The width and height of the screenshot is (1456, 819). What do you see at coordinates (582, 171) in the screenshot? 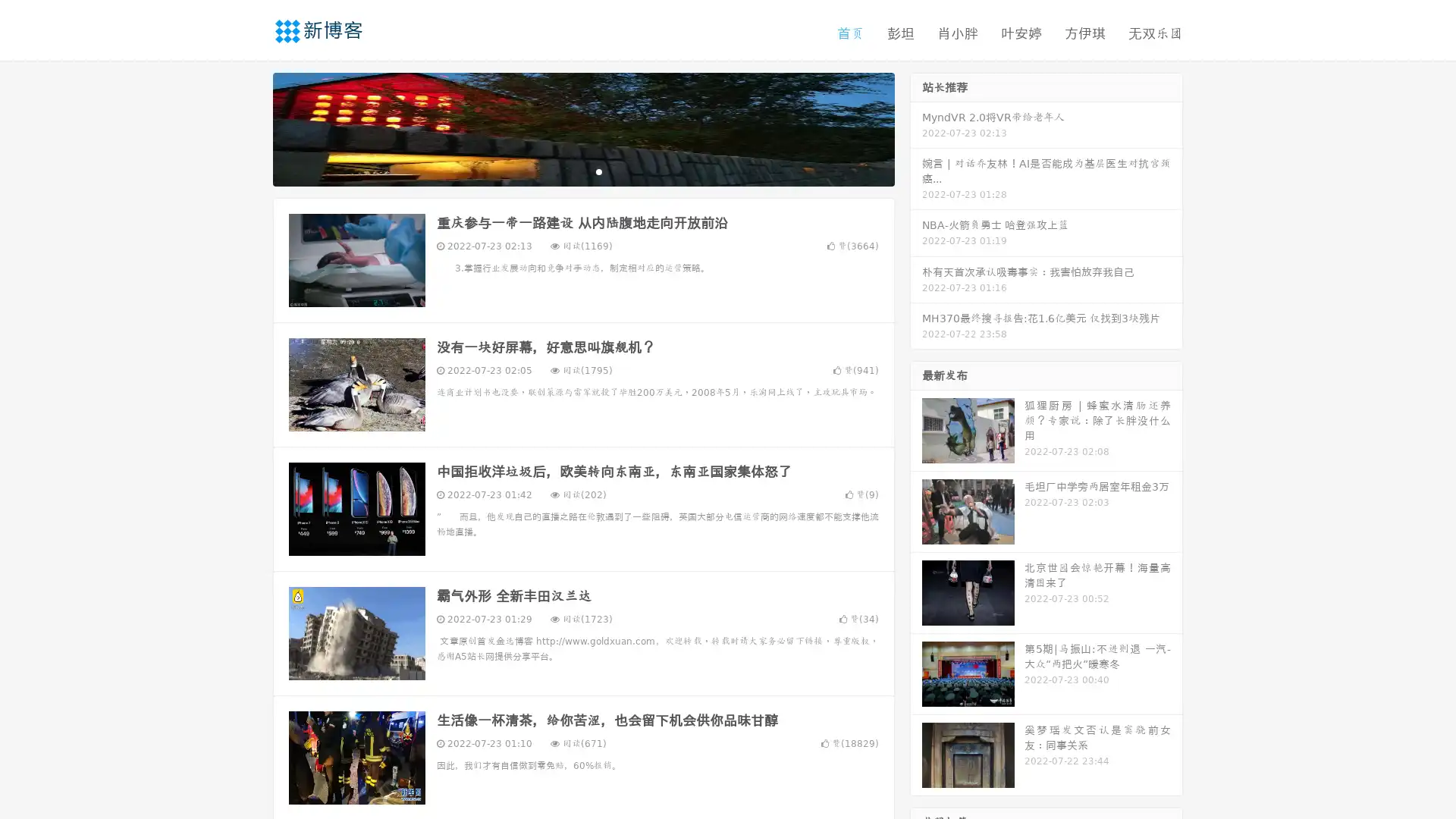
I see `Go to slide 2` at bounding box center [582, 171].